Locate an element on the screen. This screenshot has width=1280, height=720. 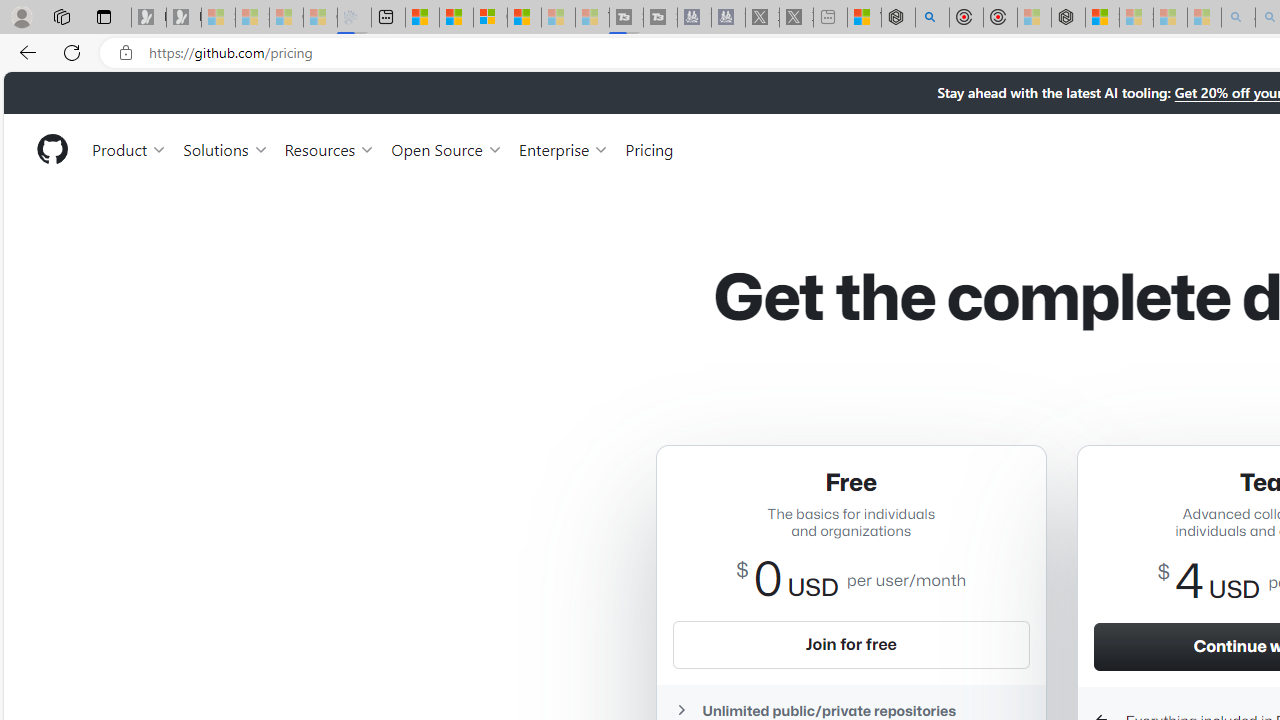
'Resources' is located at coordinates (330, 148).